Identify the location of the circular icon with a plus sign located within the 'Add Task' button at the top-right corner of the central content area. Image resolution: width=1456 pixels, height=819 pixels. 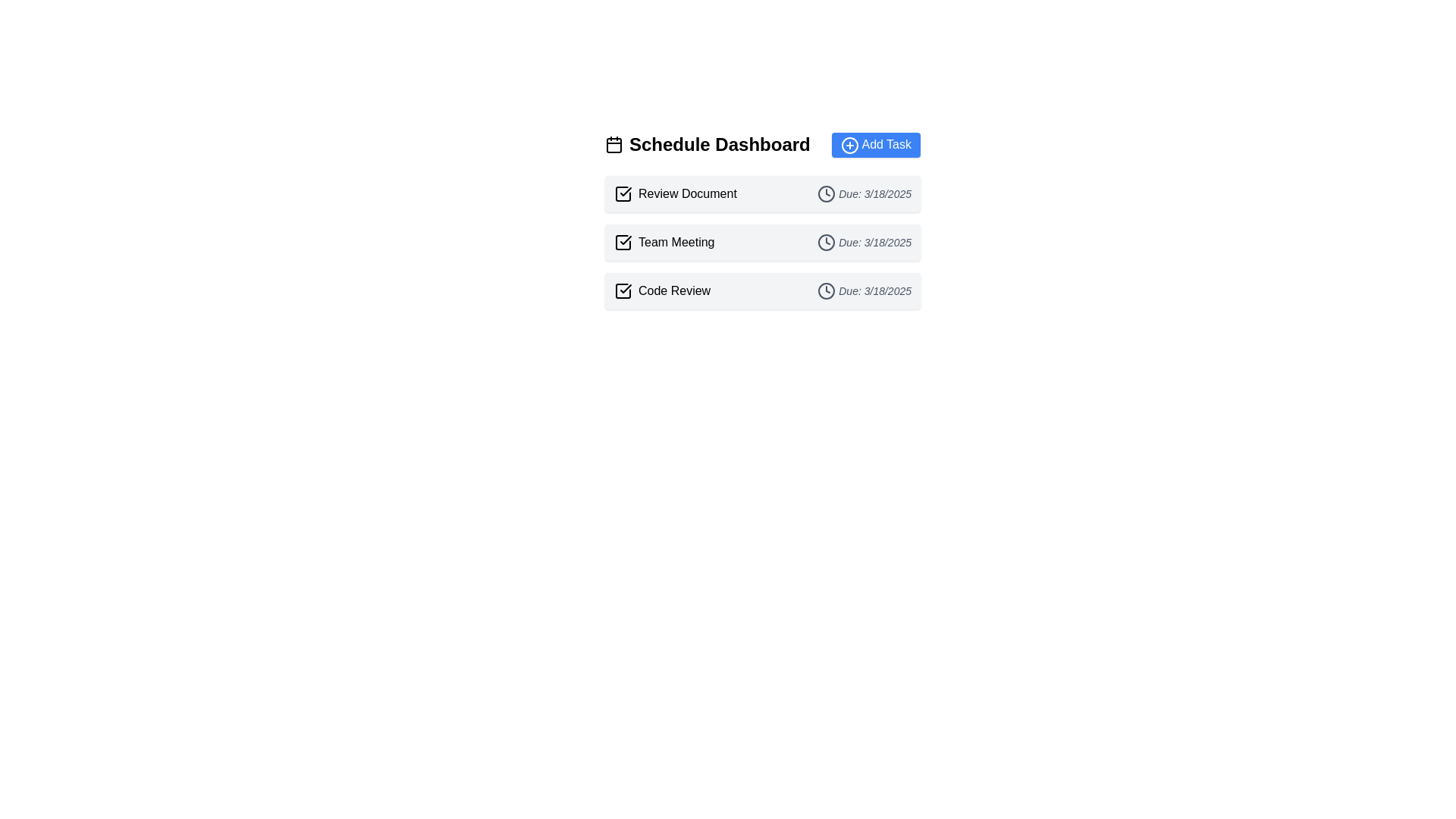
(849, 145).